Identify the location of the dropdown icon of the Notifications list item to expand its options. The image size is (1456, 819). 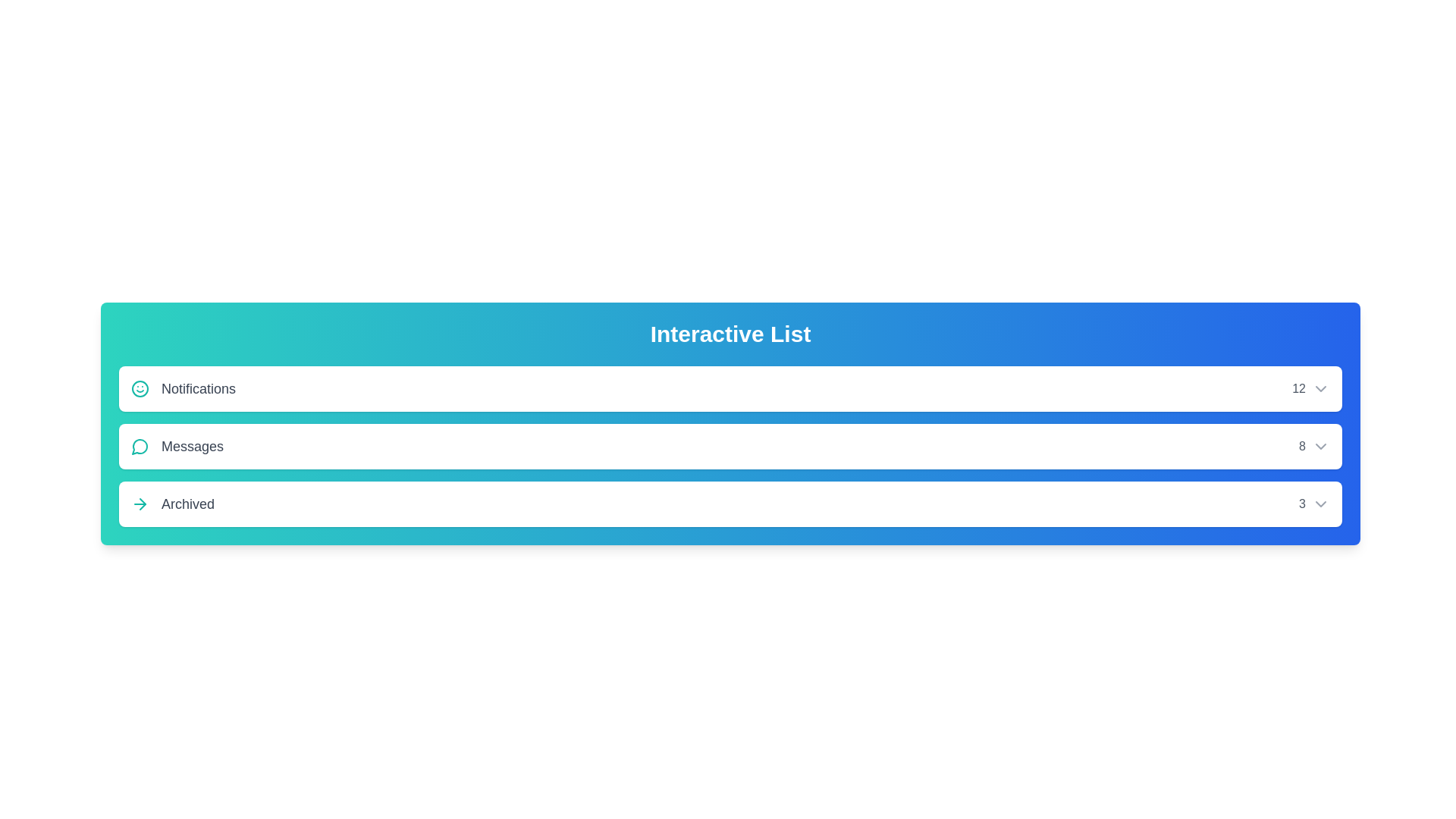
(1320, 388).